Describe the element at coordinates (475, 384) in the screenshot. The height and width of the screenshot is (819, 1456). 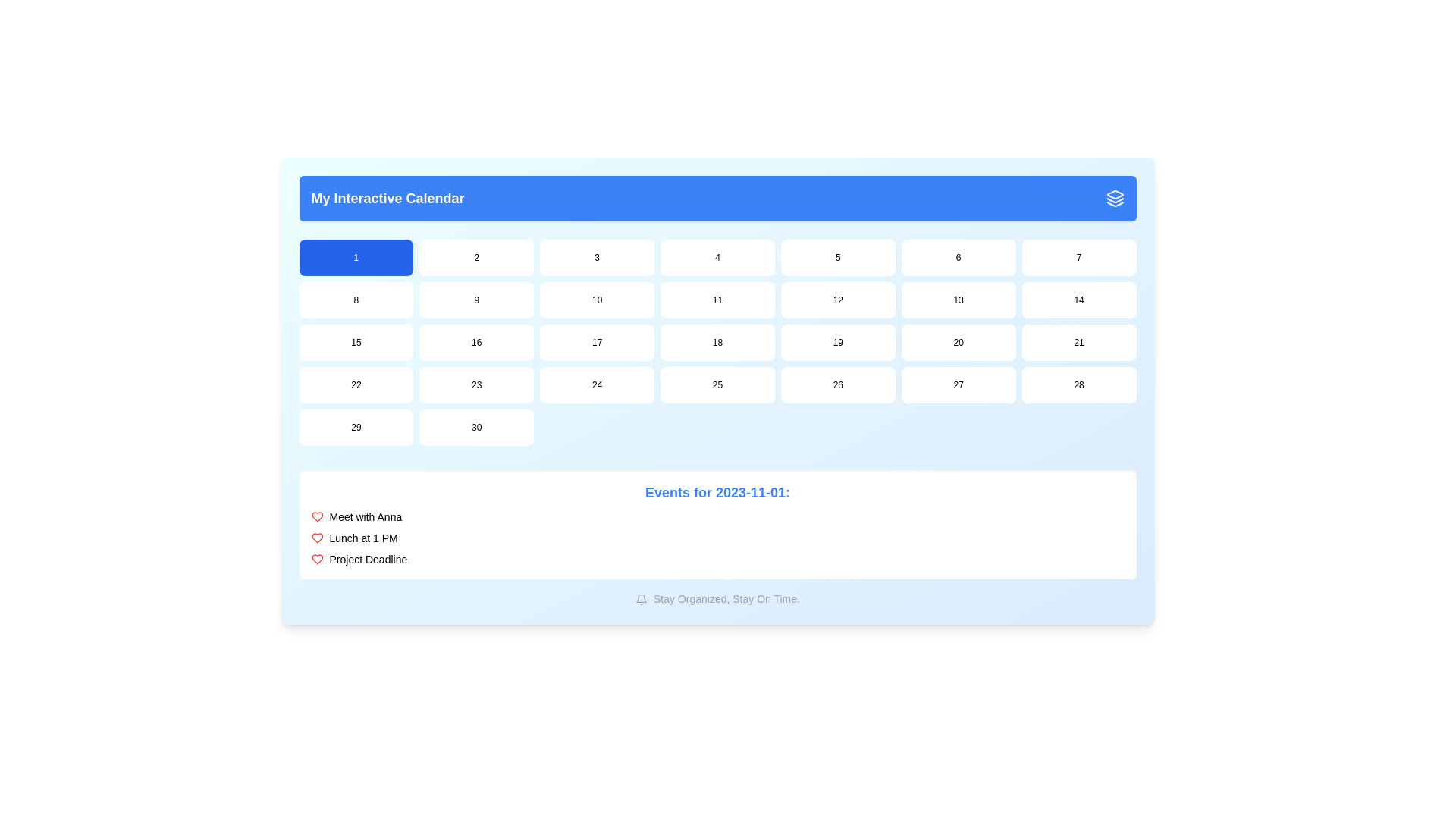
I see `the small rectangular button with rounded corners that displays the number '23' in black text, located` at that location.